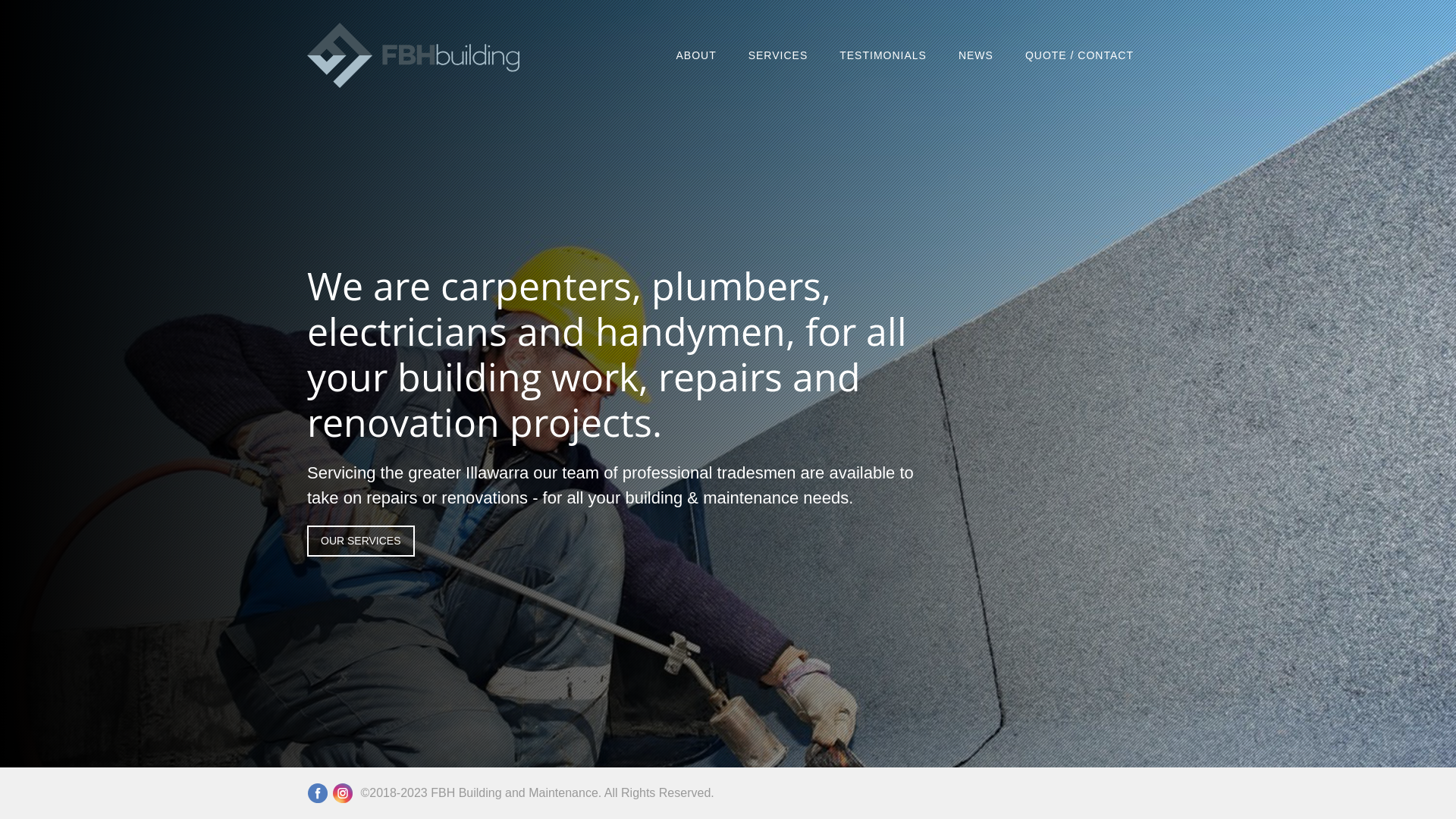 This screenshot has height=819, width=1456. Describe the element at coordinates (359, 539) in the screenshot. I see `'OUR SERVICES'` at that location.